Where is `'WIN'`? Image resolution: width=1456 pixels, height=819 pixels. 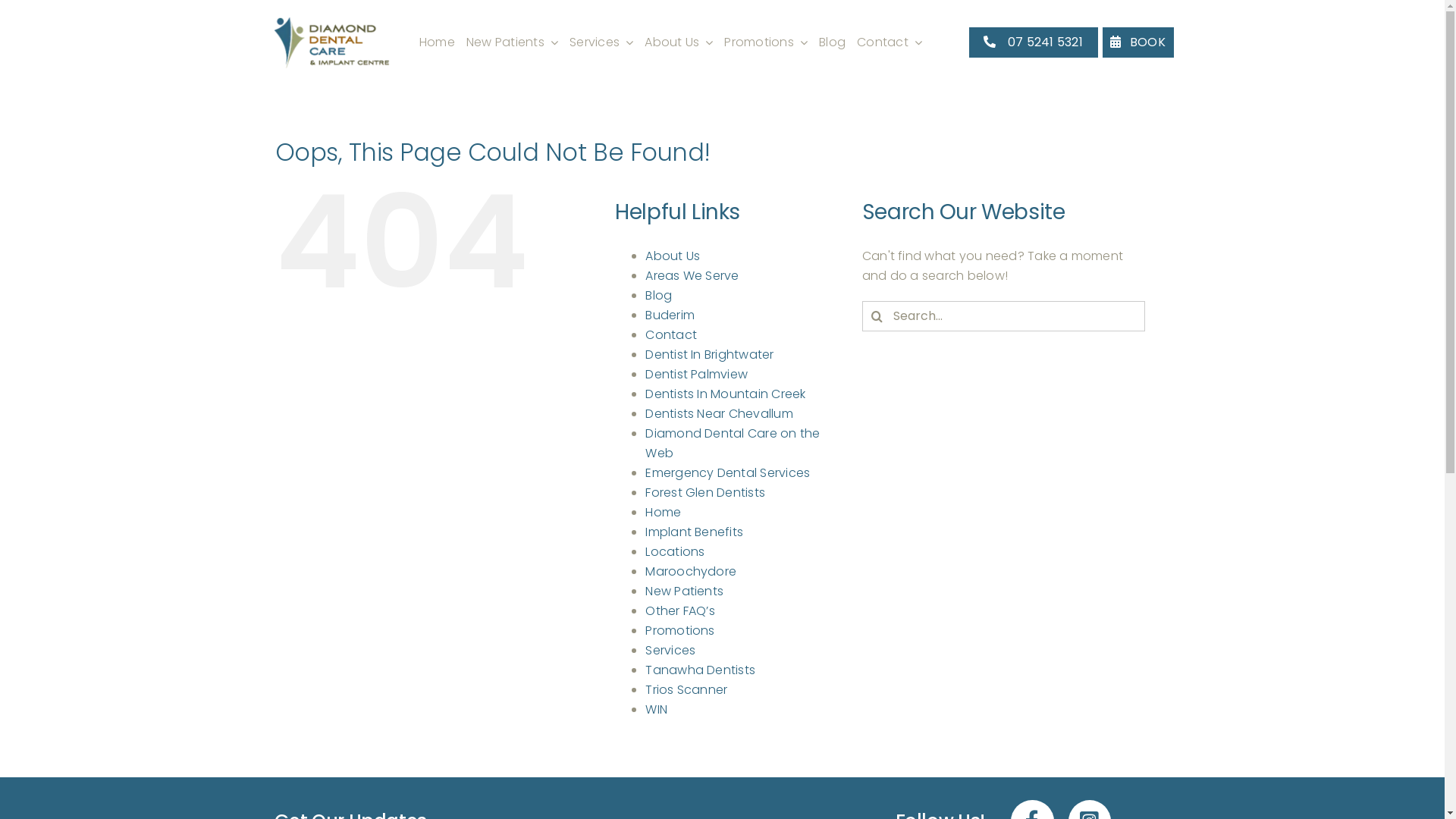 'WIN' is located at coordinates (656, 709).